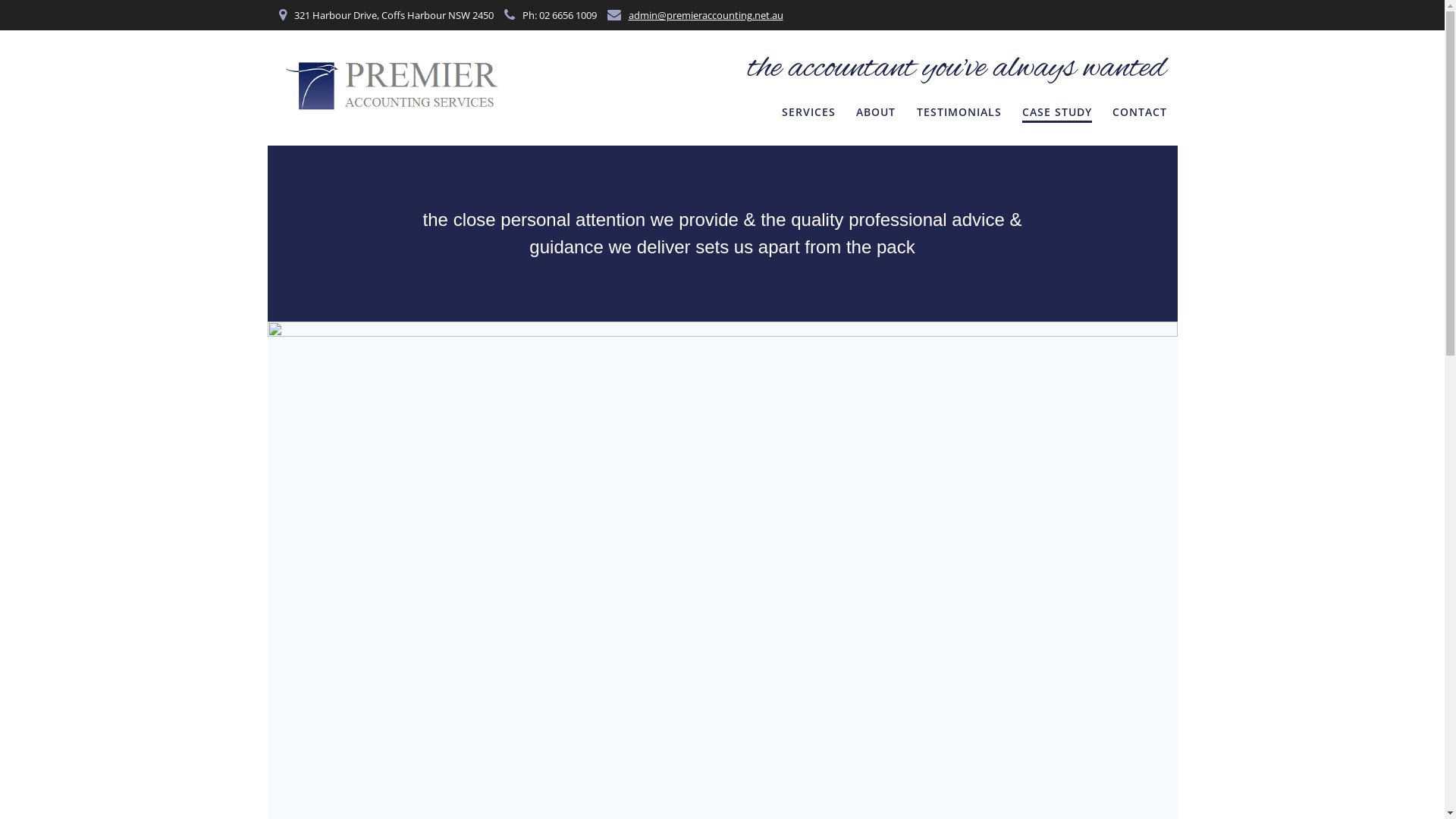  Describe the element at coordinates (808, 112) in the screenshot. I see `'SERVICES'` at that location.